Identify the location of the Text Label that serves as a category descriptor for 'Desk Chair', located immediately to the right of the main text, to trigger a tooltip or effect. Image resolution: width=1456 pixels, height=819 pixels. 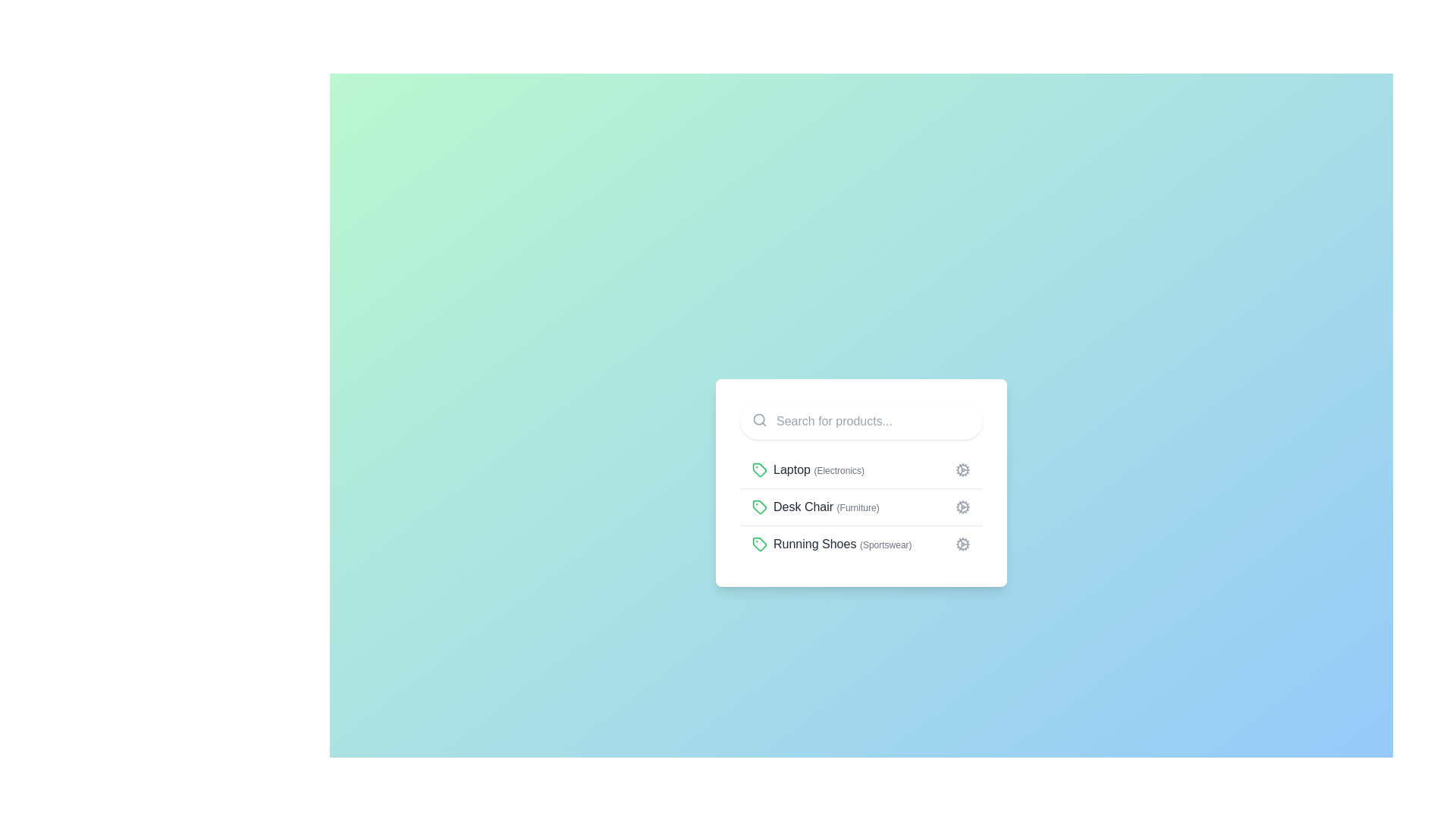
(858, 508).